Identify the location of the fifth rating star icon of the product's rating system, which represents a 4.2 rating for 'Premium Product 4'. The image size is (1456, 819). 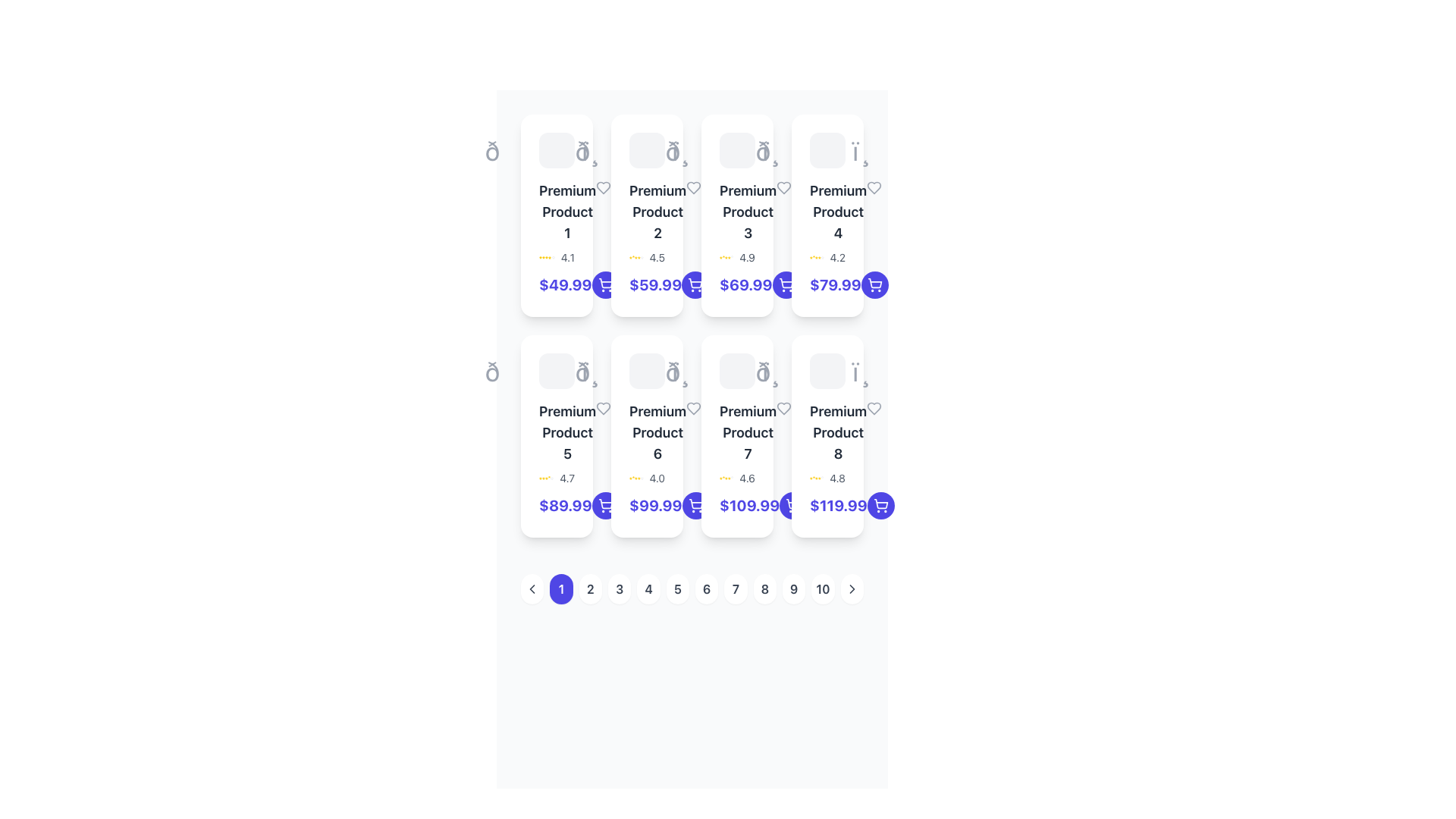
(818, 256).